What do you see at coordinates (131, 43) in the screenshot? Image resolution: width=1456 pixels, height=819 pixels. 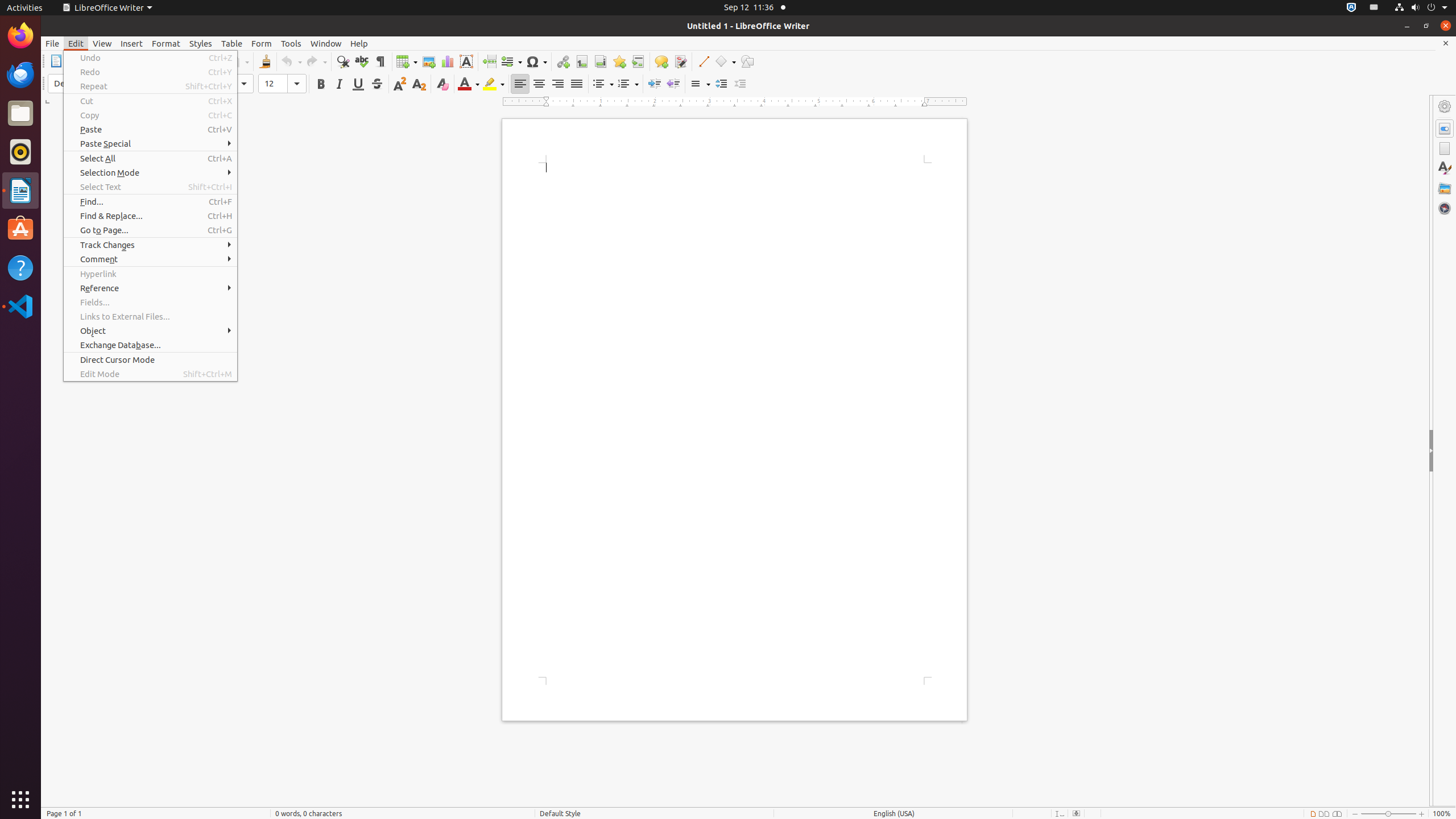 I see `'Insert'` at bounding box center [131, 43].